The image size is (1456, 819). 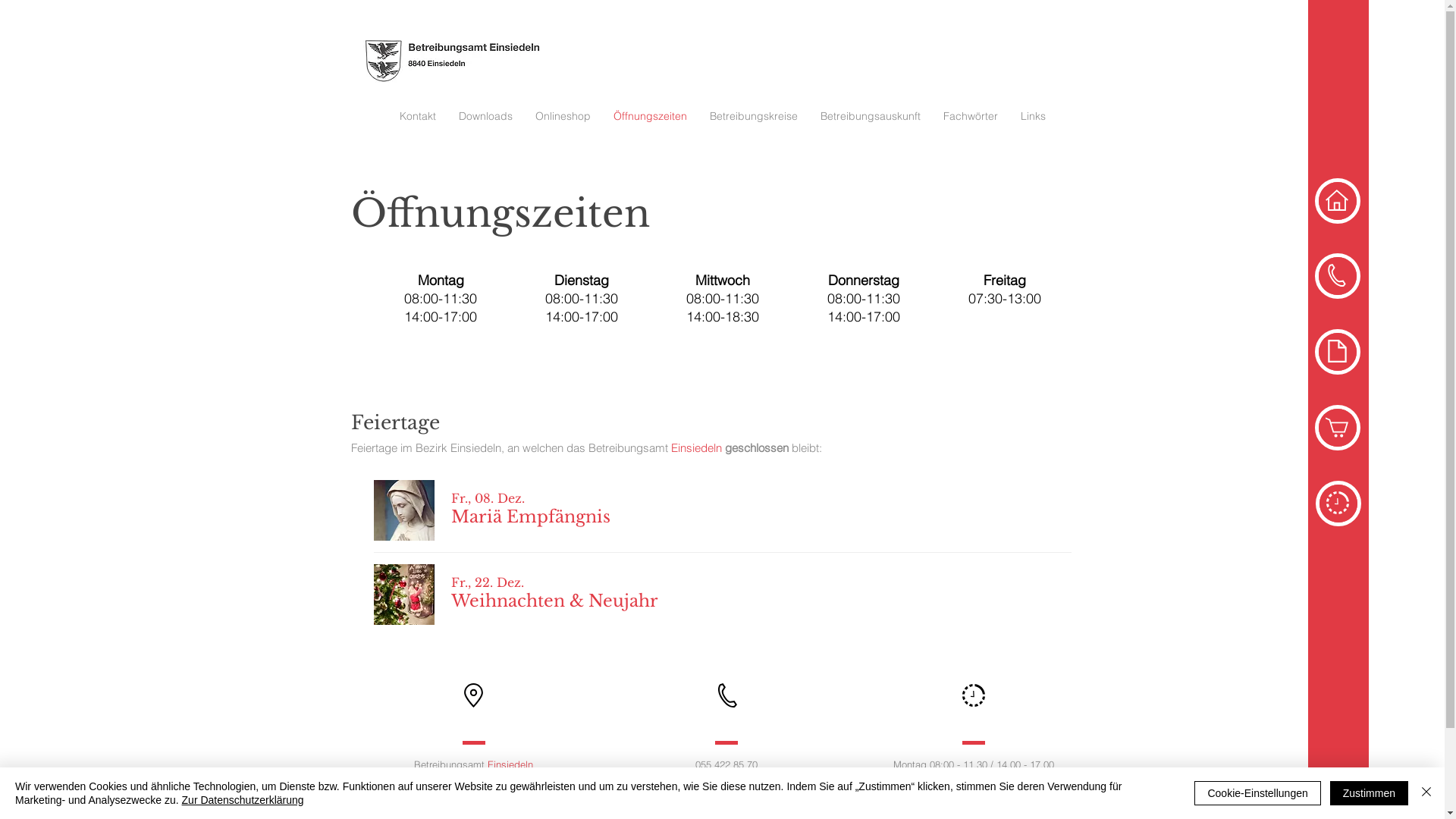 What do you see at coordinates (450, 594) in the screenshot?
I see `'Fr., 22. Dez.` at bounding box center [450, 594].